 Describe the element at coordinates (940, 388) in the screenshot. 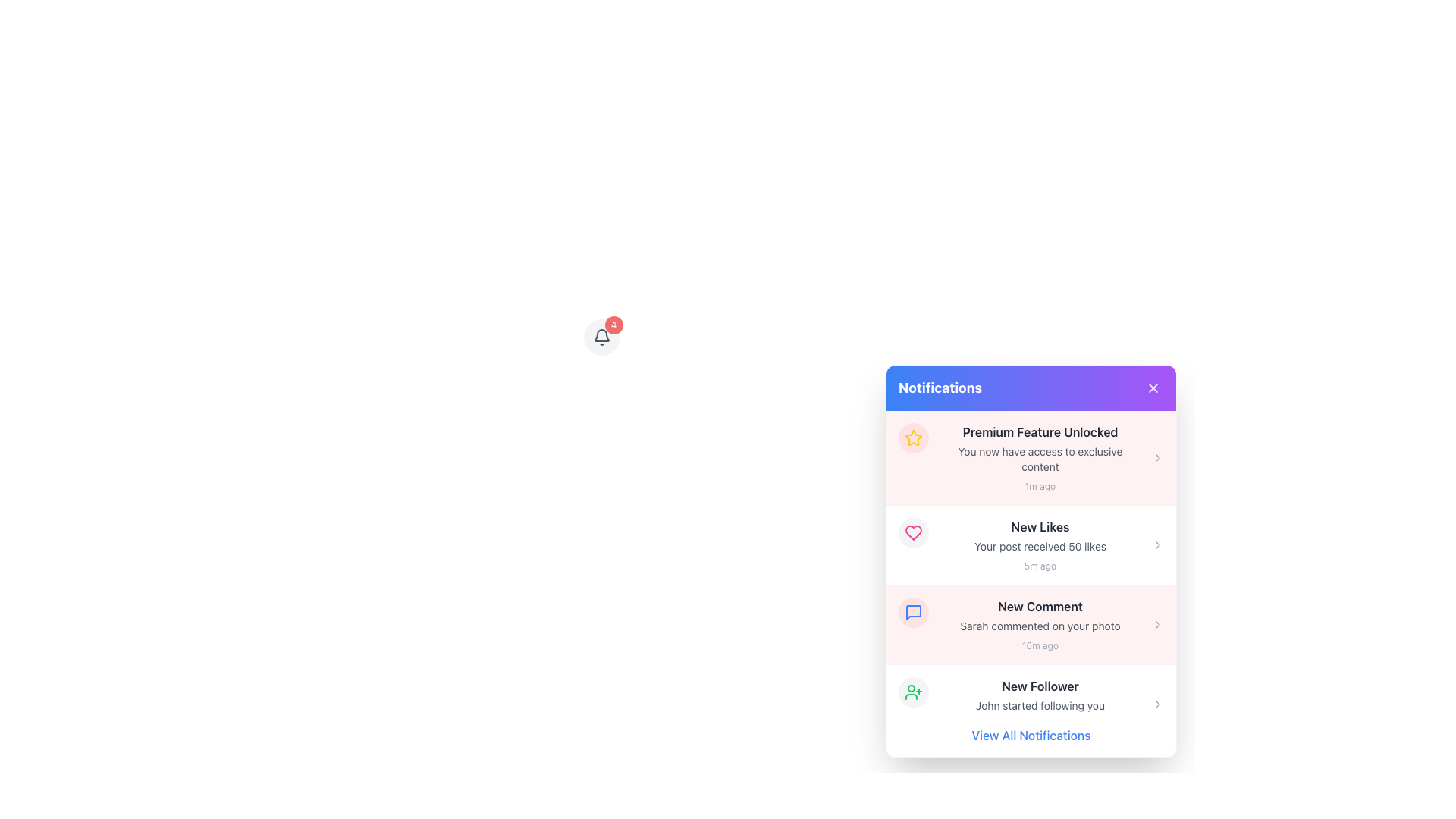

I see `the 'Notifications' text label, which is styled as bold, large-sized white text on a blue to purple gradient background, located in the top-left corner of the notification panel` at that location.